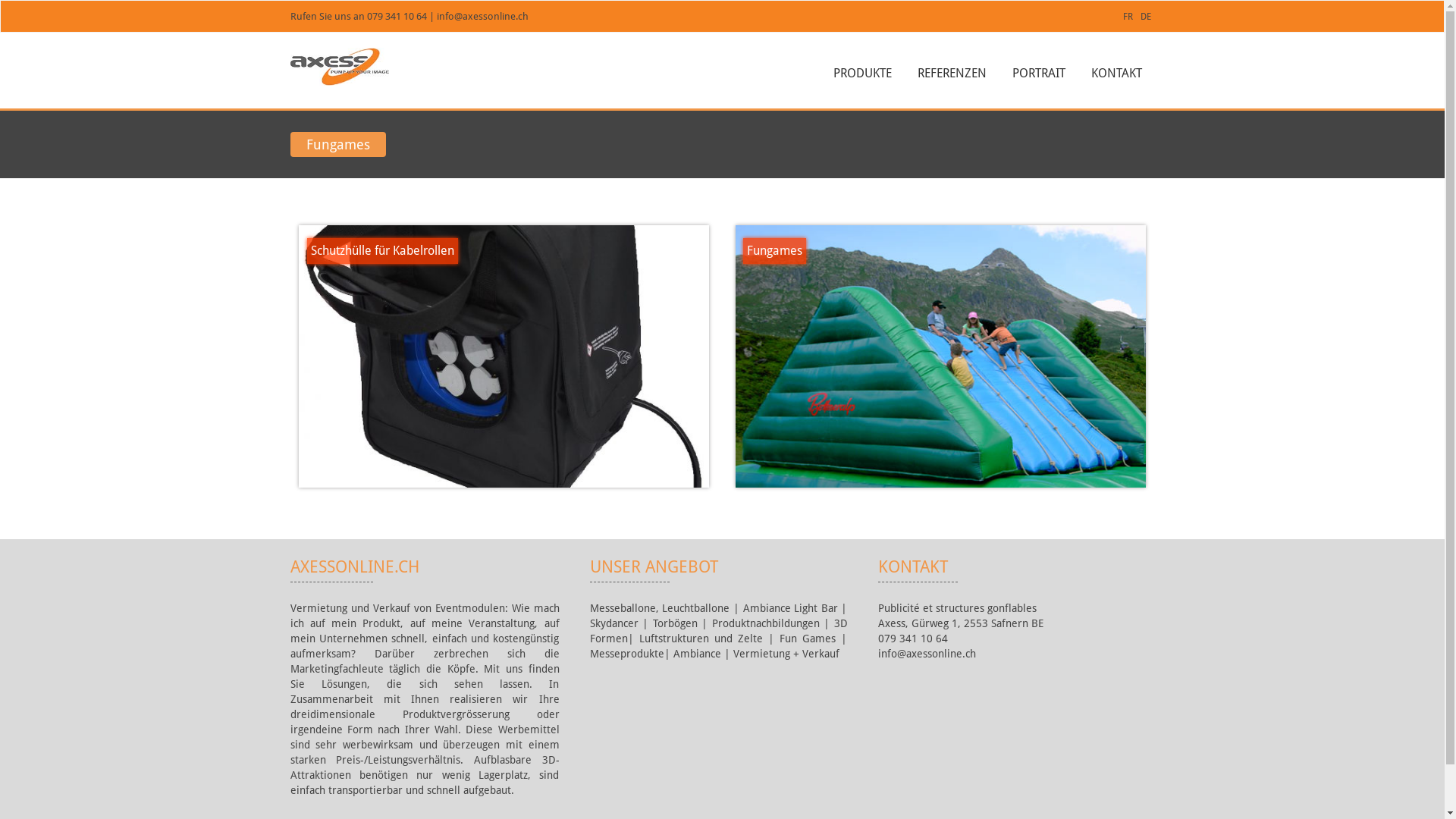  I want to click on 'PRODUKTE', so click(861, 73).